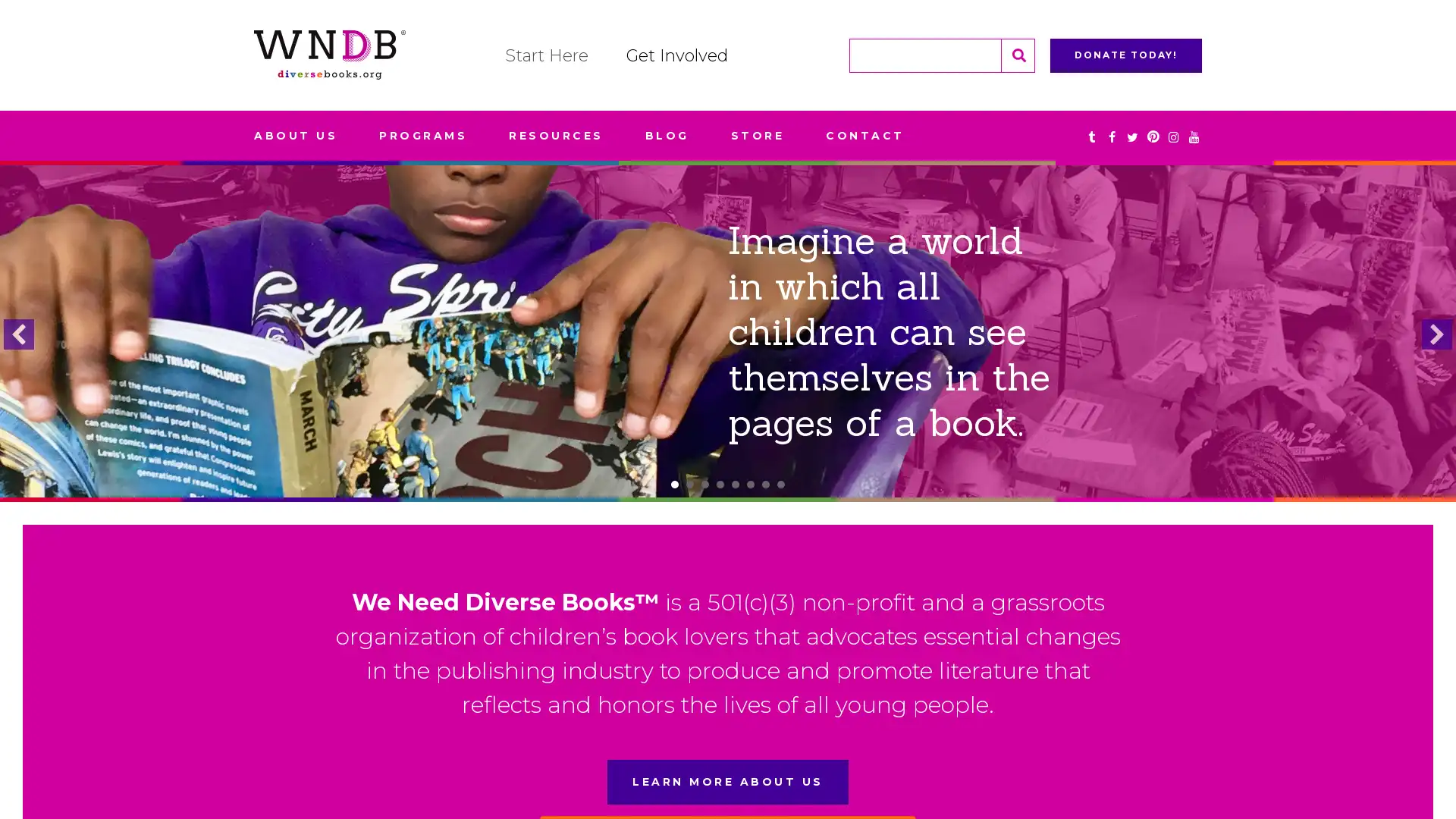 This screenshot has height=819, width=1456. I want to click on LEARN MORE ABOUT US, so click(726, 782).